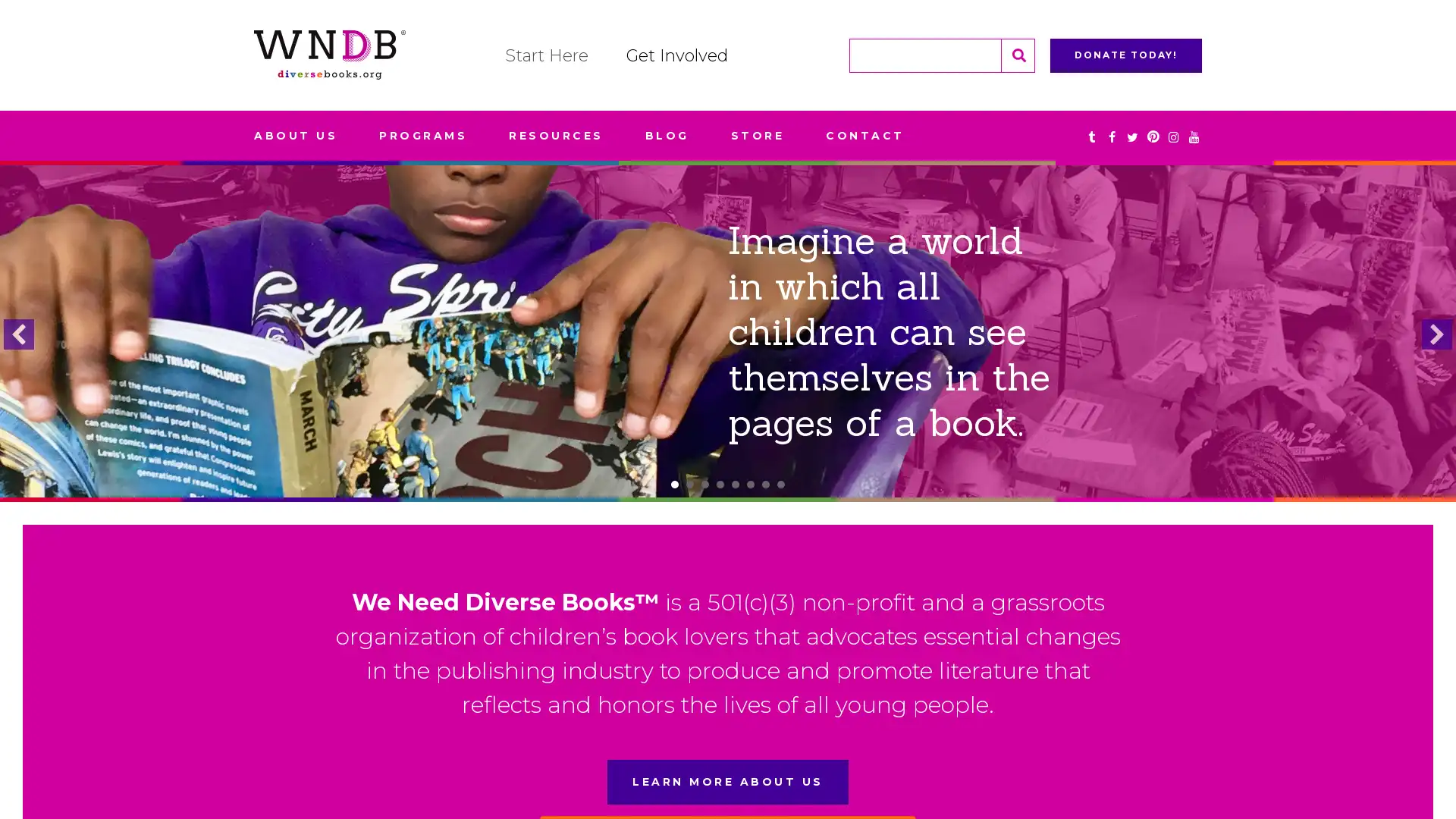 This screenshot has height=819, width=1456. I want to click on LEARN MORE ABOUT US, so click(726, 782).